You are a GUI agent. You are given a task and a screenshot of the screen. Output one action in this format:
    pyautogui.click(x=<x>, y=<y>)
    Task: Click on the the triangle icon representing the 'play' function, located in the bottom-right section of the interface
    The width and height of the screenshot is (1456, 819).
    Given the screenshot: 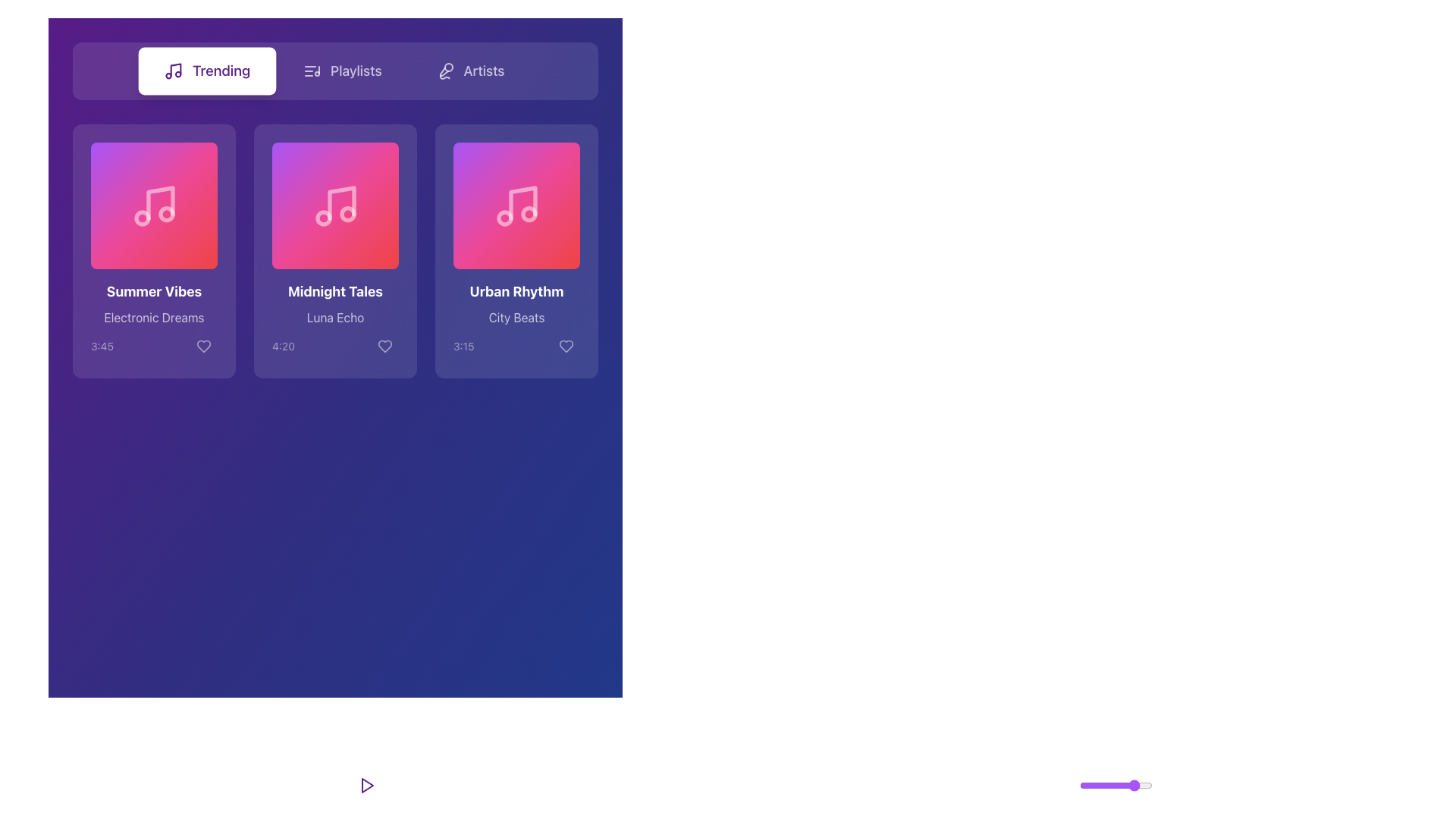 What is the action you would take?
    pyautogui.click(x=367, y=785)
    